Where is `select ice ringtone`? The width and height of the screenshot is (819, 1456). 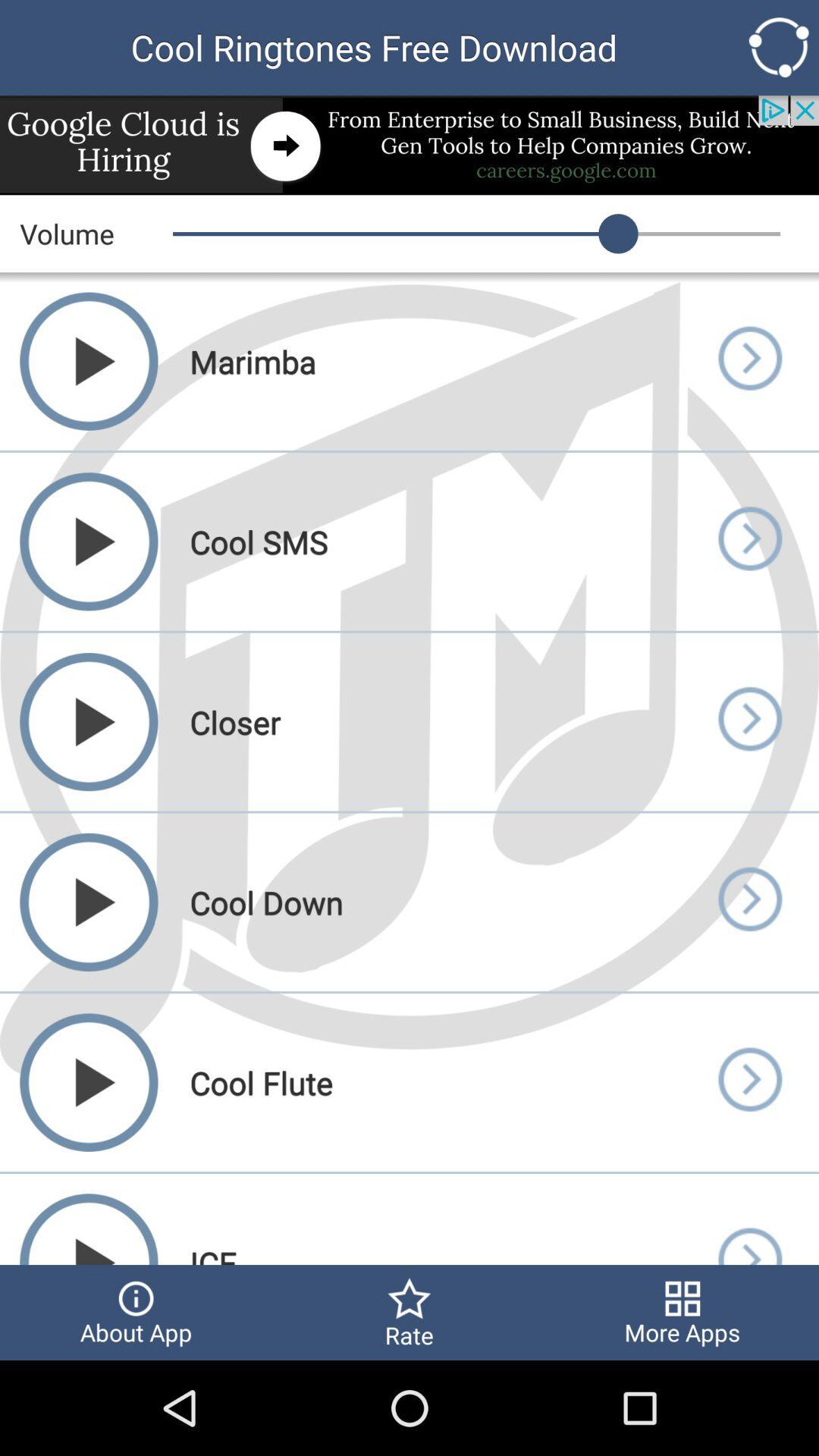 select ice ringtone is located at coordinates (748, 1219).